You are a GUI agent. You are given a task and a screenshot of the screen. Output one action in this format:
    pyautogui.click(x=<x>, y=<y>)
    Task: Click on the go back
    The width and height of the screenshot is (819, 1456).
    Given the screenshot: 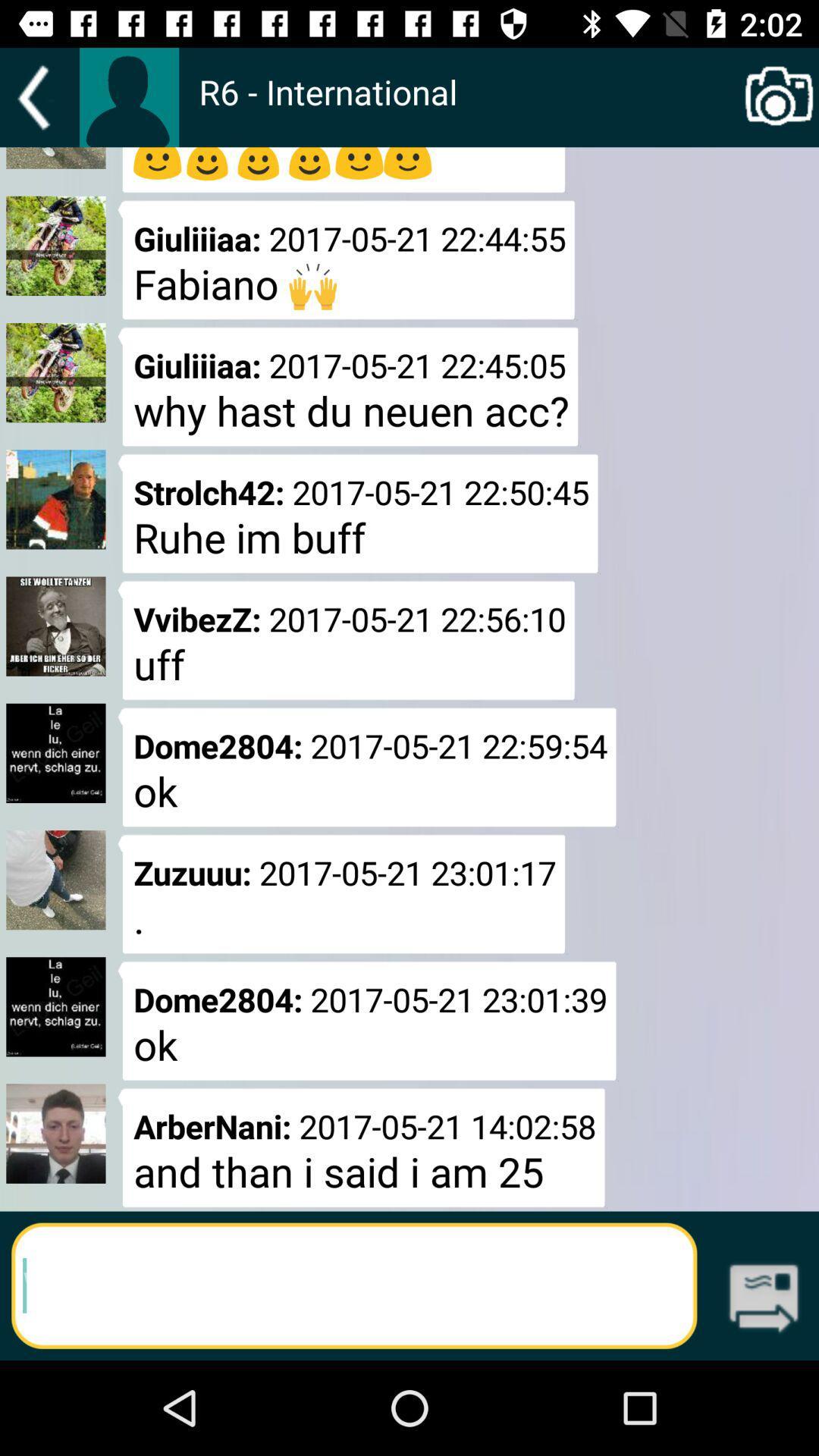 What is the action you would take?
    pyautogui.click(x=39, y=97)
    